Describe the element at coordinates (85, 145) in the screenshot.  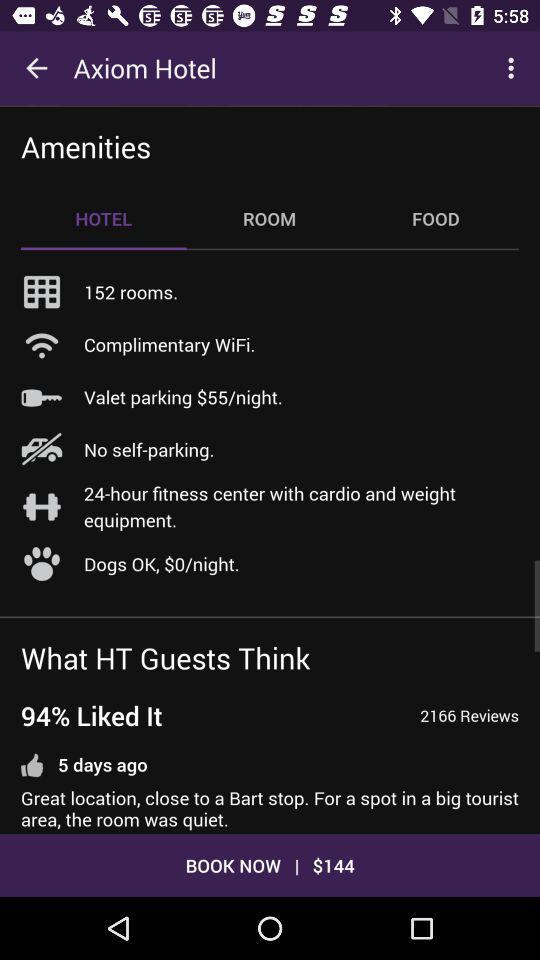
I see `amenities icon` at that location.